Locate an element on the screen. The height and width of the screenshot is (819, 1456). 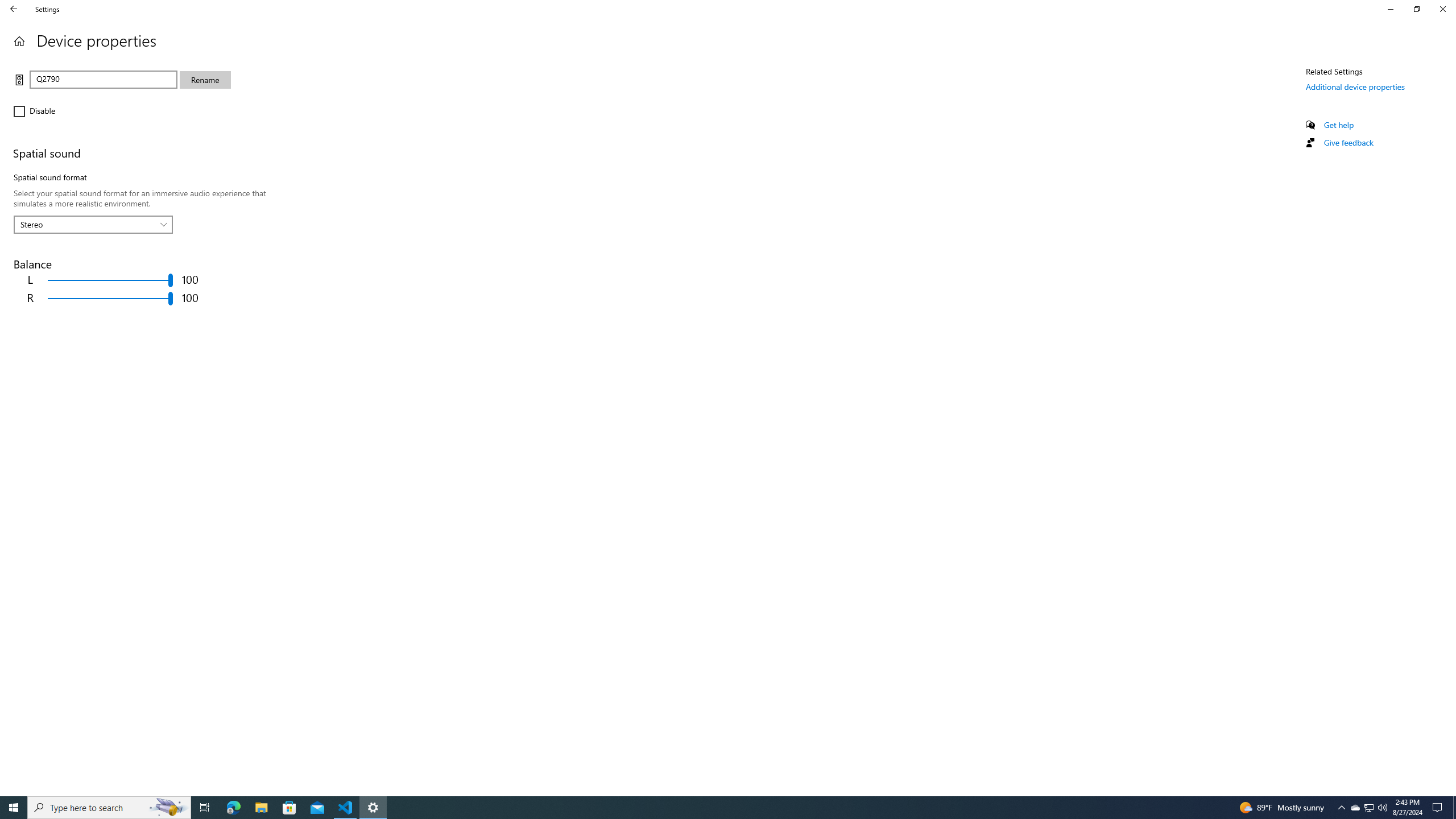
'Spatial sound format' is located at coordinates (93, 224).